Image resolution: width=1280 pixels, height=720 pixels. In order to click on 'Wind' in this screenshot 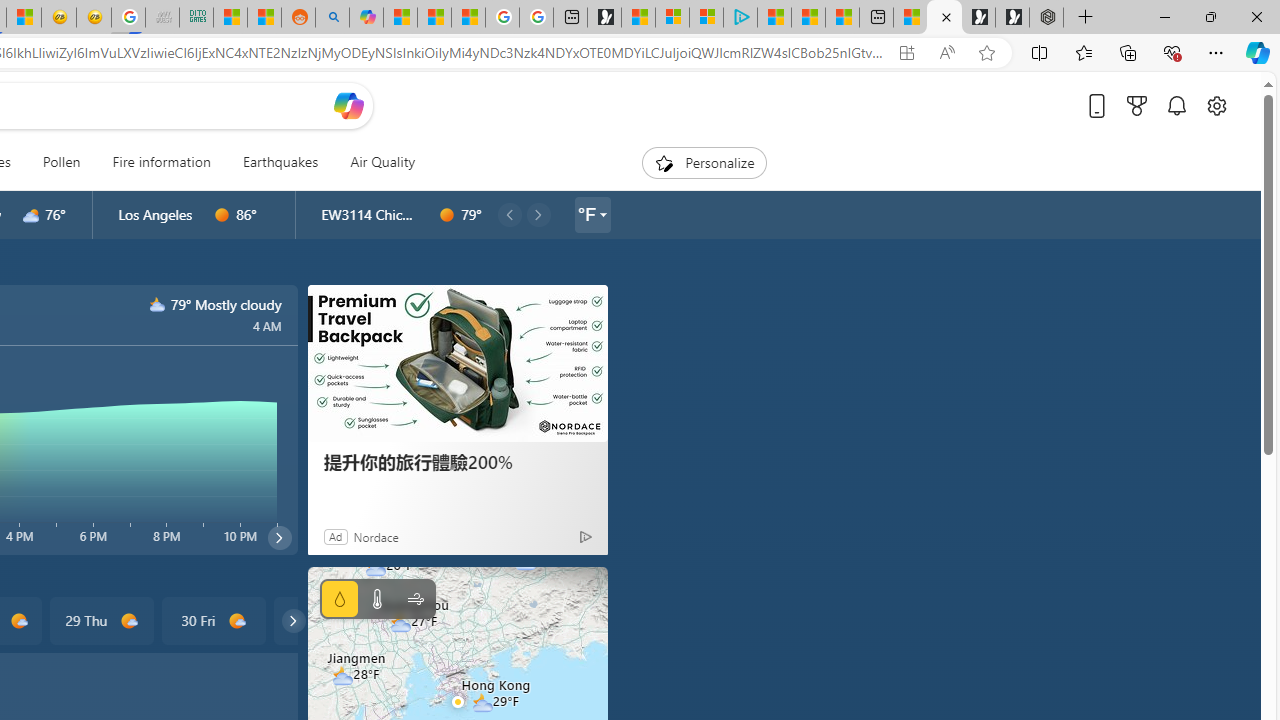, I will do `click(414, 598)`.